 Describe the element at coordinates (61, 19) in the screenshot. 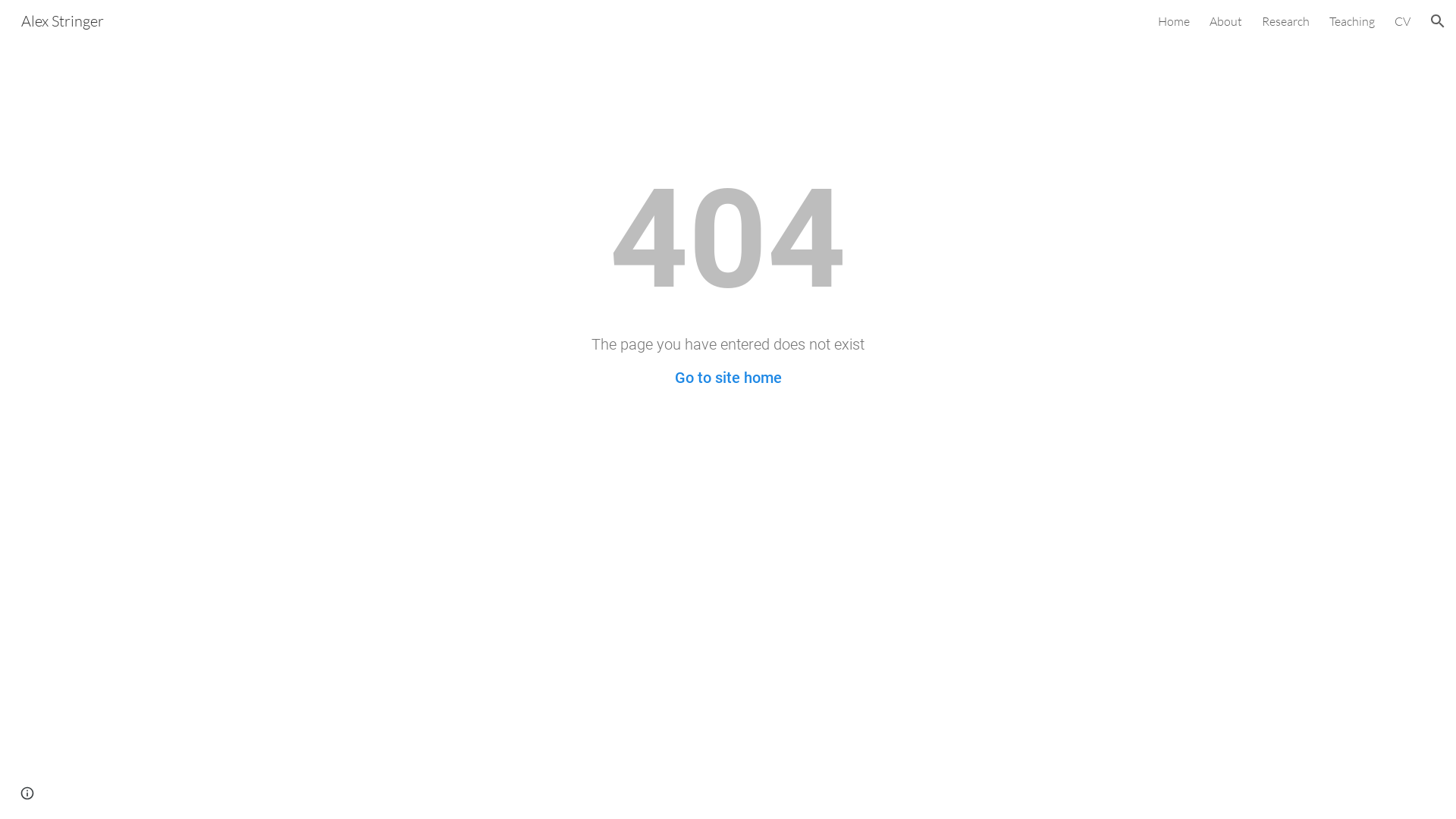

I see `'Alex Stringer'` at that location.